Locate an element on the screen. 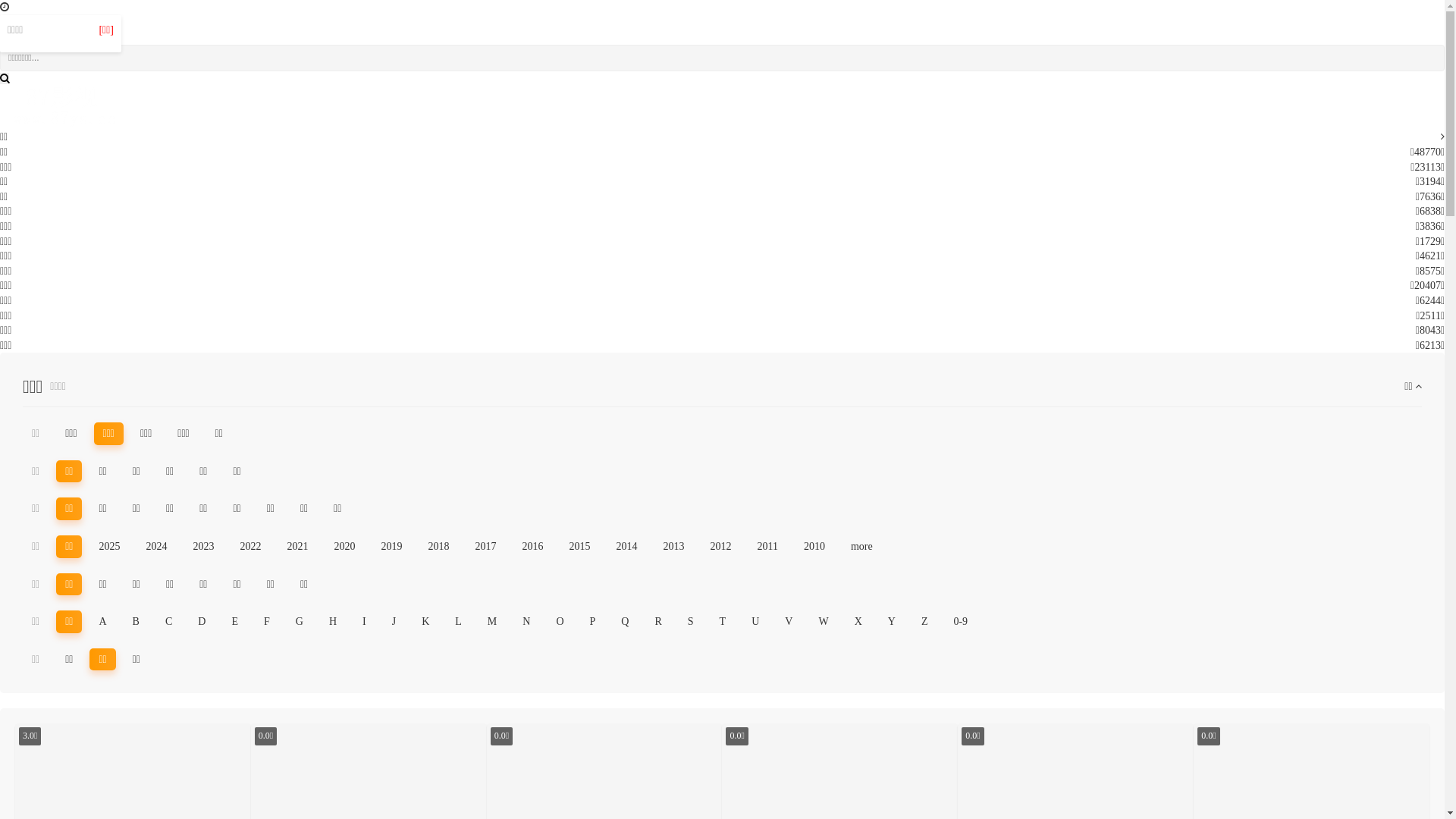 The width and height of the screenshot is (1456, 819). 'N' is located at coordinates (526, 622).